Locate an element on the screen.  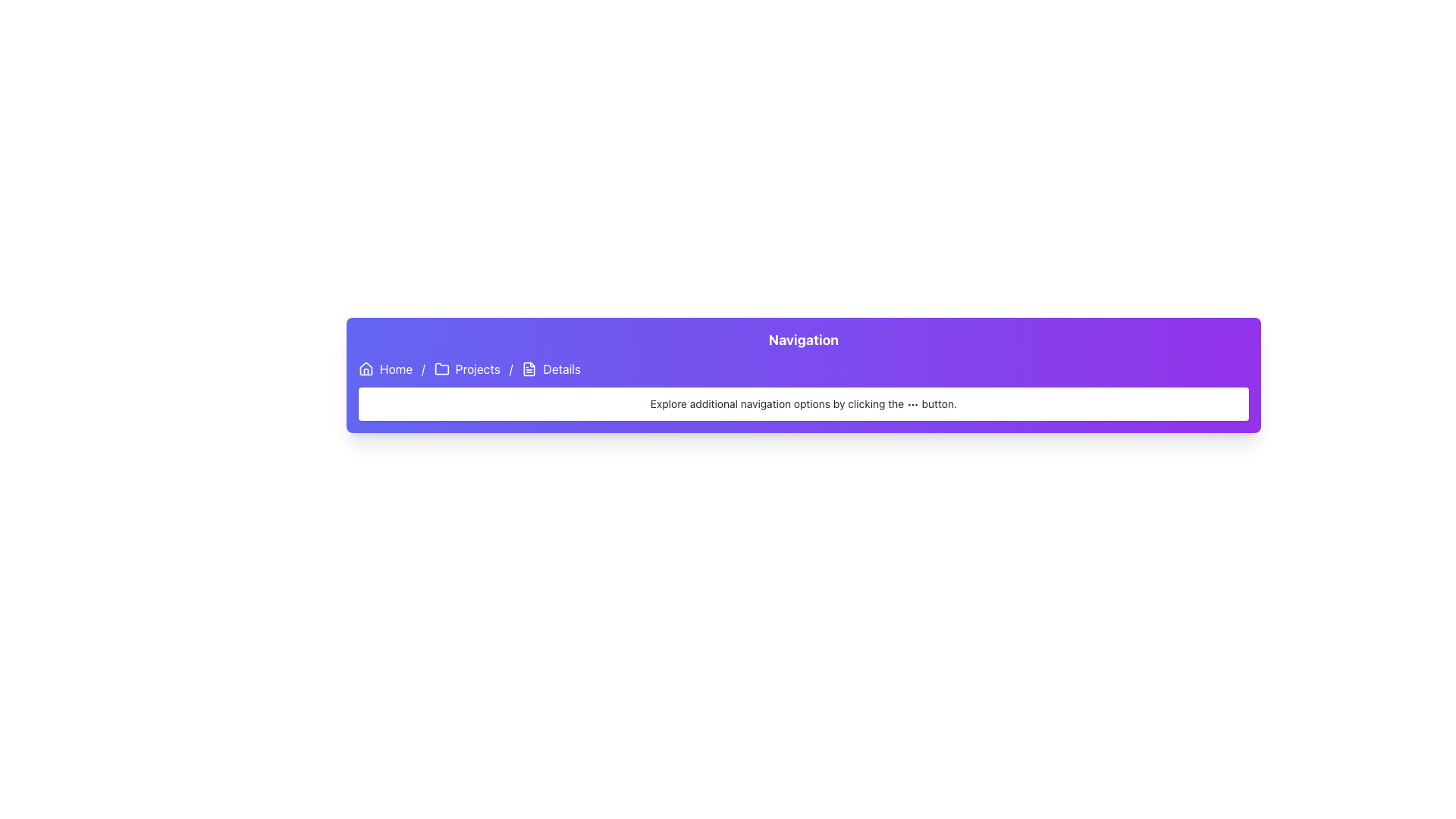
the second forward slash ('/') character in the navigation bar, which is styled in white on a purple gradient background and positioned between the 'Projects' and 'Details' labels is located at coordinates (511, 369).